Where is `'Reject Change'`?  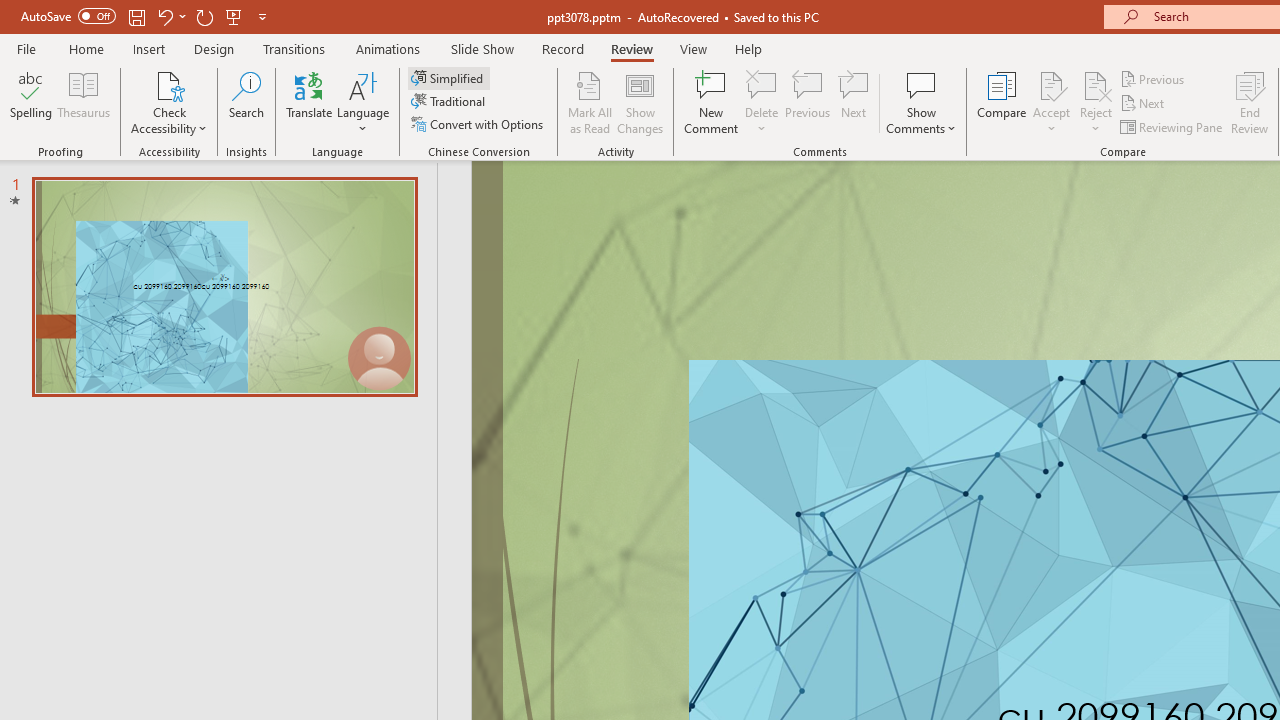
'Reject Change' is located at coordinates (1095, 84).